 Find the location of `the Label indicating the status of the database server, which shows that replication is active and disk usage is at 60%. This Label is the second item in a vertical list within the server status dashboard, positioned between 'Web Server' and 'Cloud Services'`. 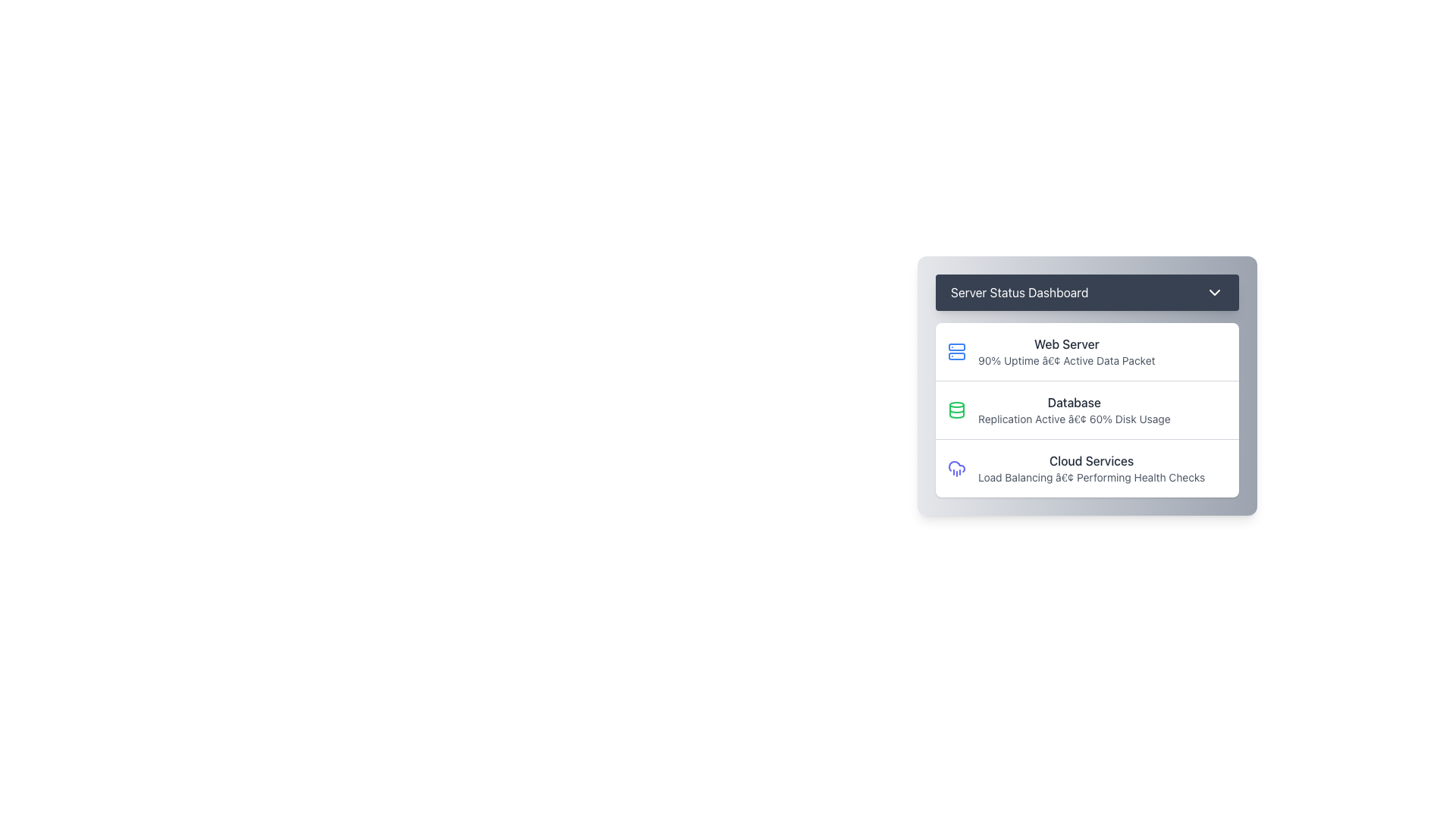

the Label indicating the status of the database server, which shows that replication is active and disk usage is at 60%. This Label is the second item in a vertical list within the server status dashboard, positioned between 'Web Server' and 'Cloud Services' is located at coordinates (1073, 409).